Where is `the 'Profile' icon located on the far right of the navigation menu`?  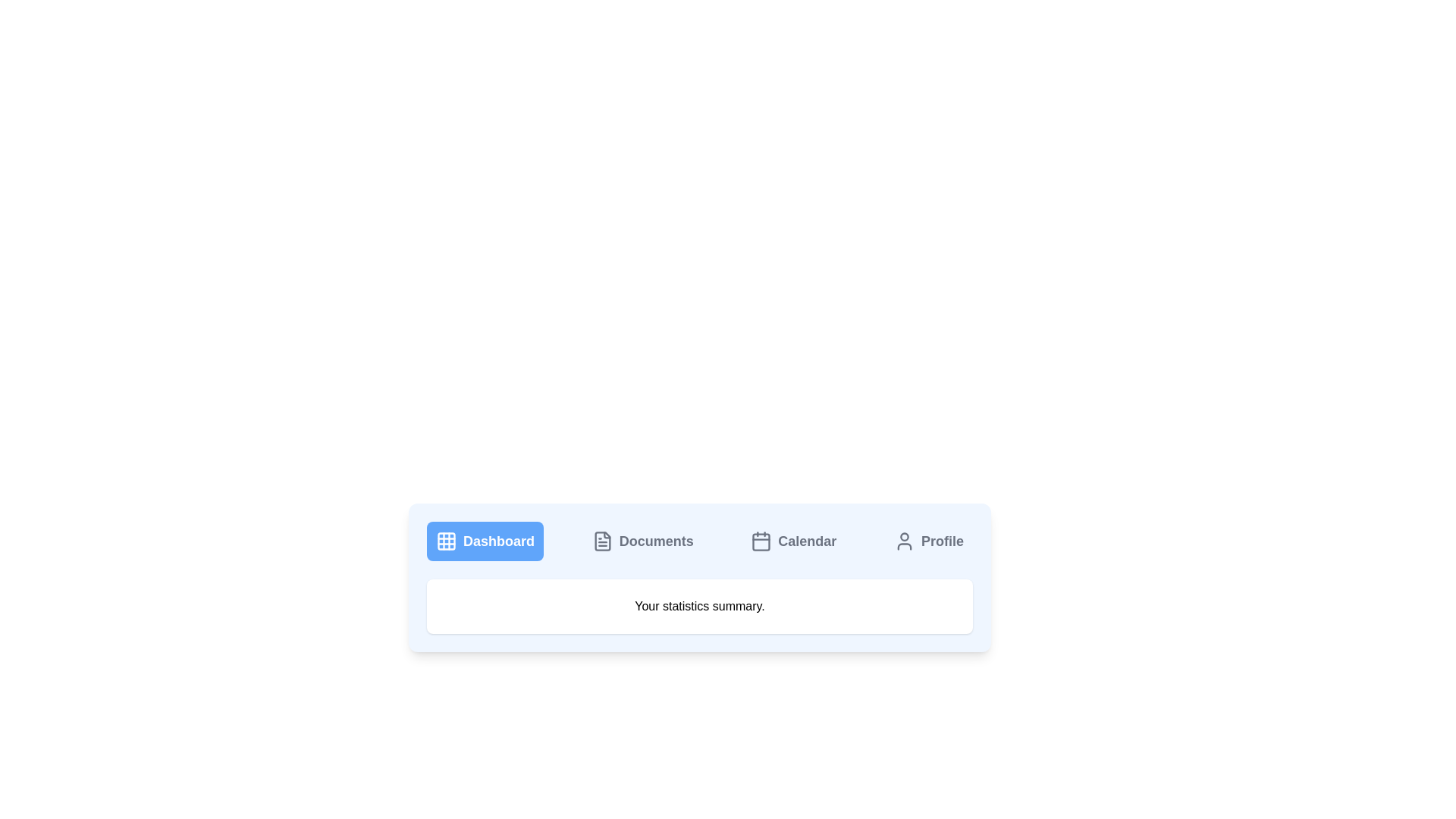 the 'Profile' icon located on the far right of the navigation menu is located at coordinates (904, 540).